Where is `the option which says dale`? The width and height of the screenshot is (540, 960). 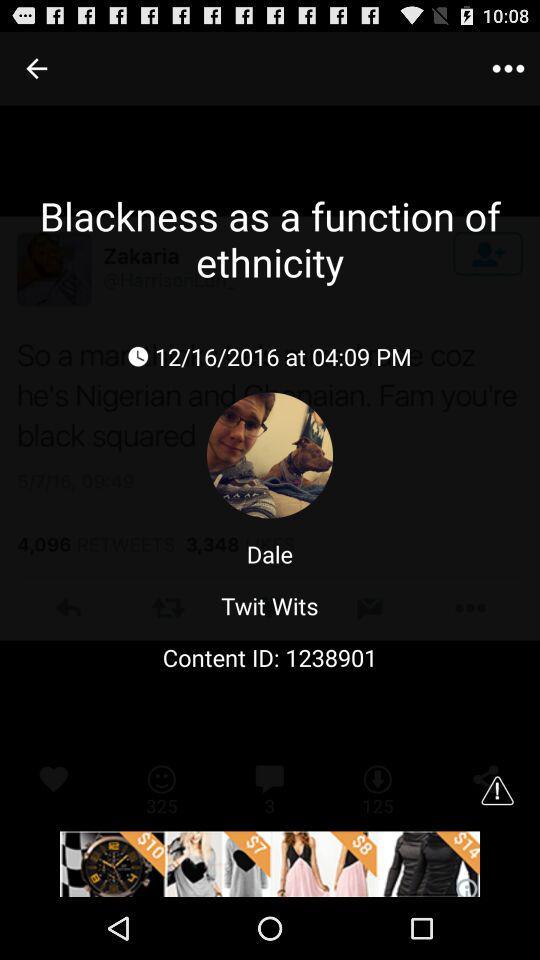 the option which says dale is located at coordinates (270, 554).